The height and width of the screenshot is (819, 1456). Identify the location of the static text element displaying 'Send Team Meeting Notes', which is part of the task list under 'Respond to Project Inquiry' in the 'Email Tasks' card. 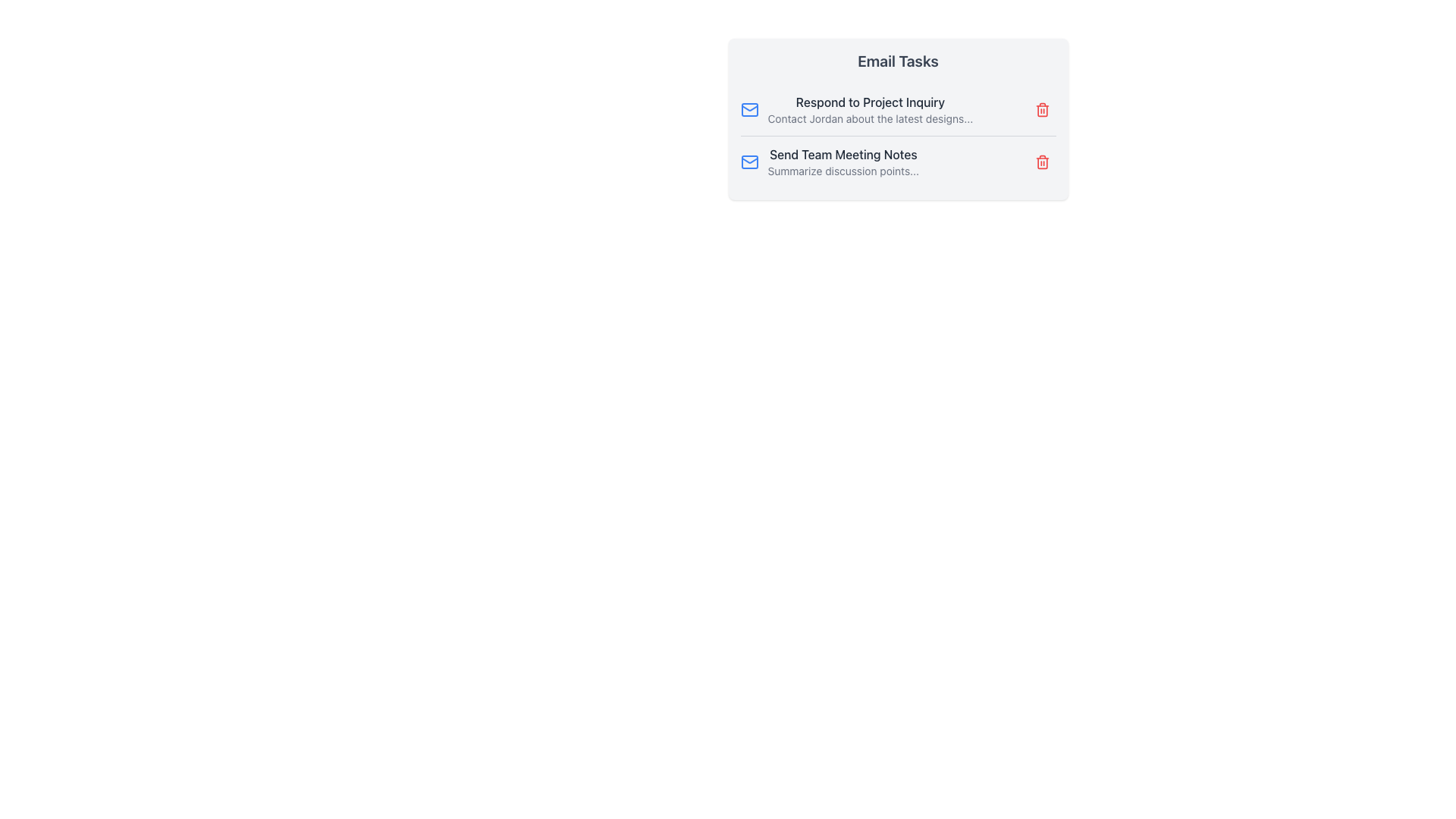
(843, 155).